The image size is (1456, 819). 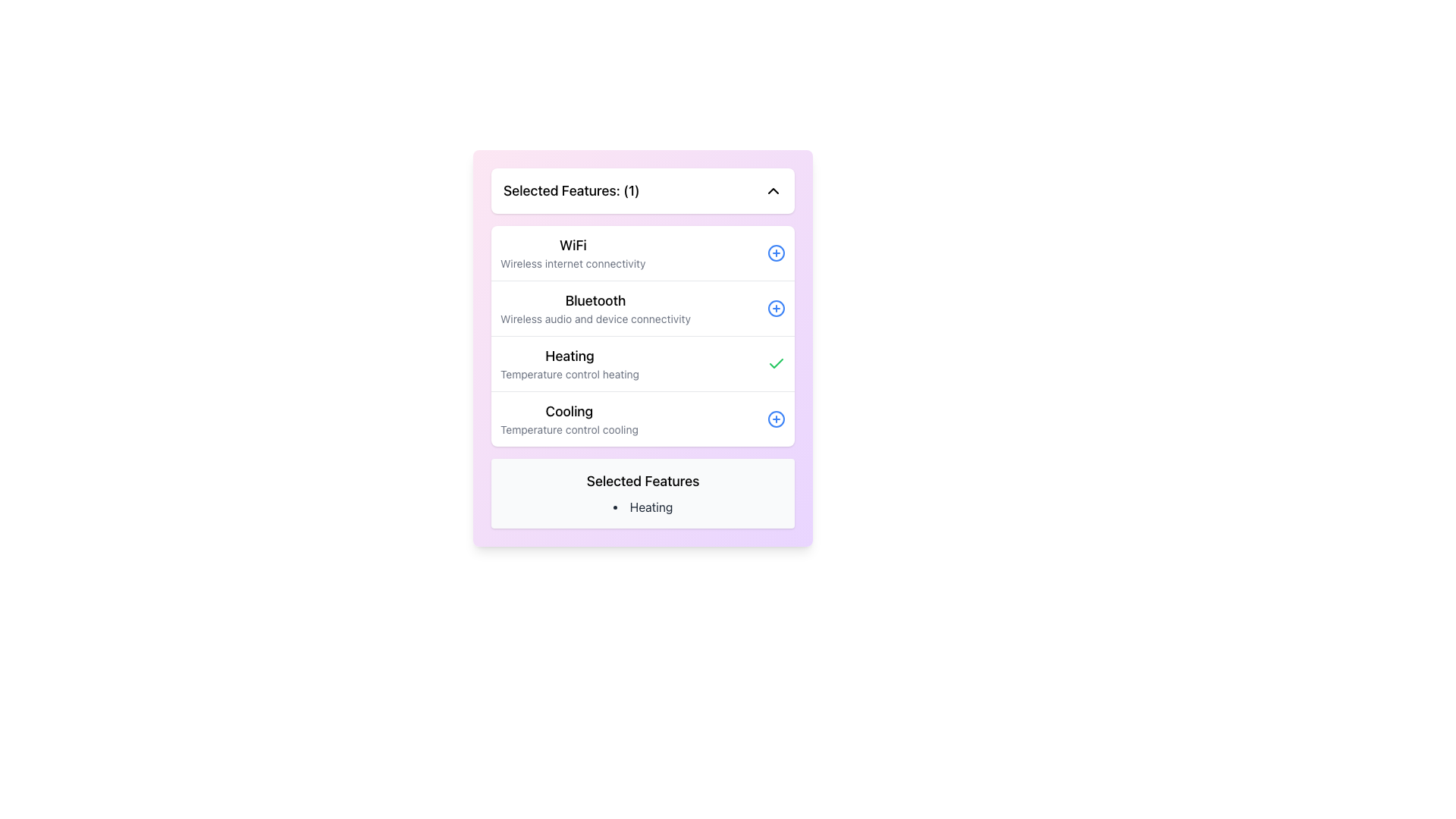 I want to click on the 'Bluetooth' text label with contextual description, which features bold text for 'Bluetooth' and smaller gray text for 'Wireless audio and device connectivity', located in the selectable features list, so click(x=595, y=308).